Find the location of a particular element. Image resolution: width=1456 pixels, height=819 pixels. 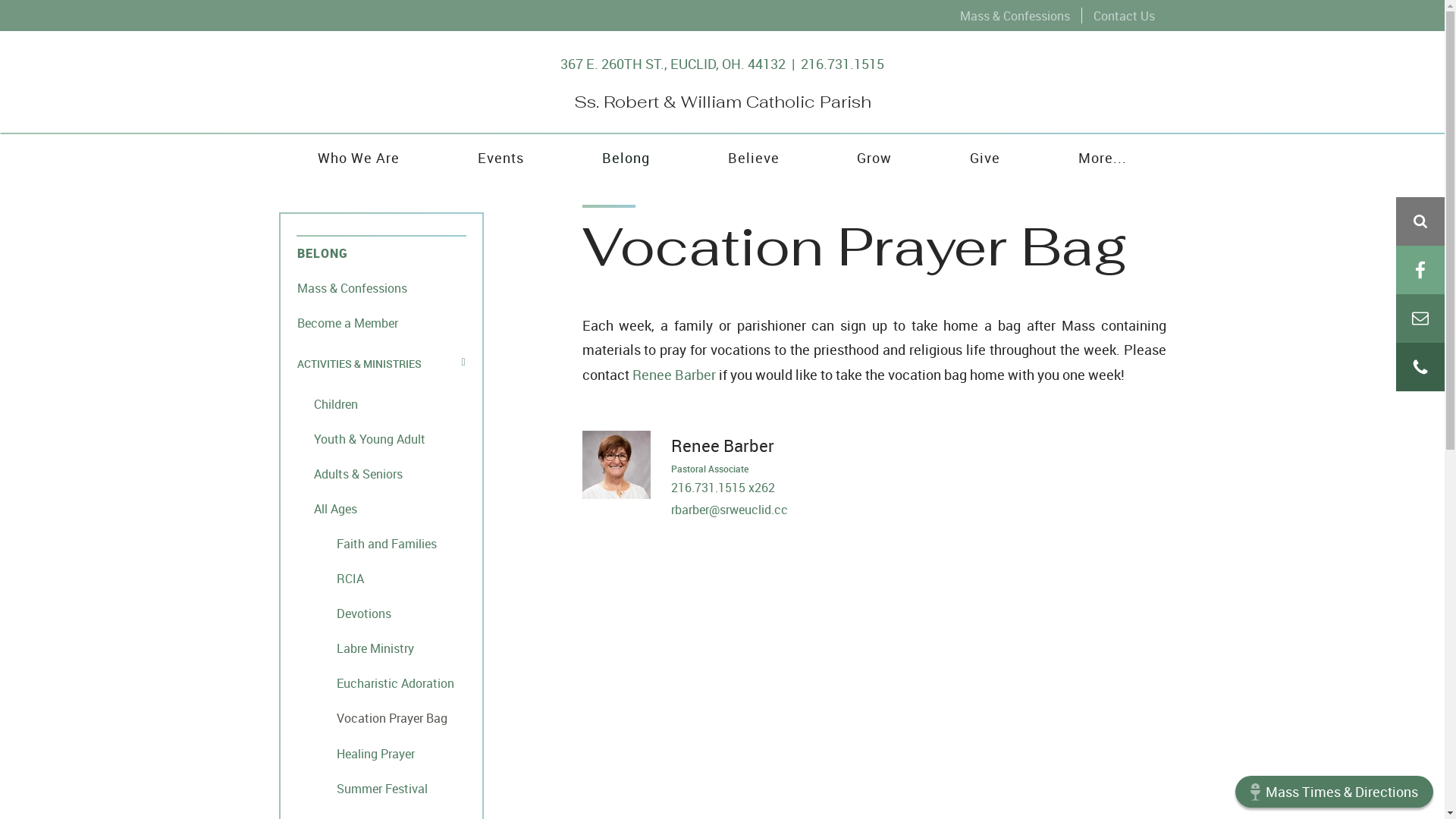

'Contact Us' is located at coordinates (1123, 15).